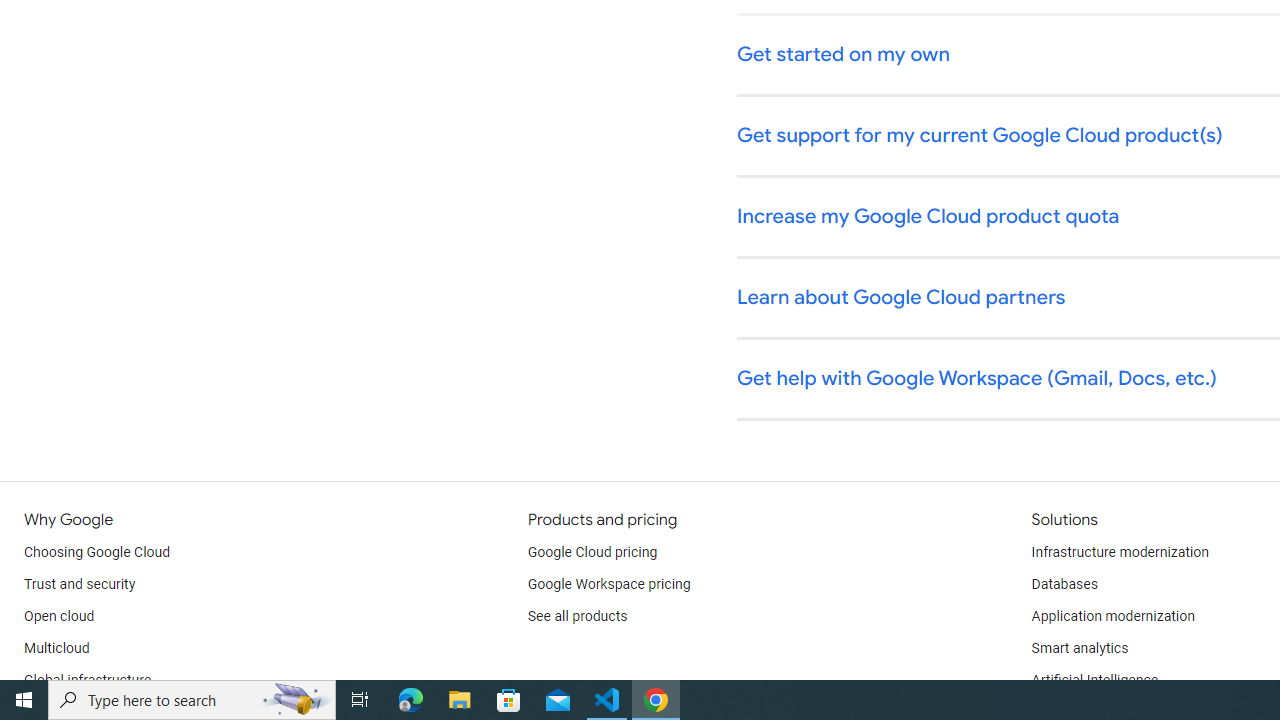 This screenshot has width=1280, height=720. What do you see at coordinates (608, 585) in the screenshot?
I see `'Google Workspace pricing'` at bounding box center [608, 585].